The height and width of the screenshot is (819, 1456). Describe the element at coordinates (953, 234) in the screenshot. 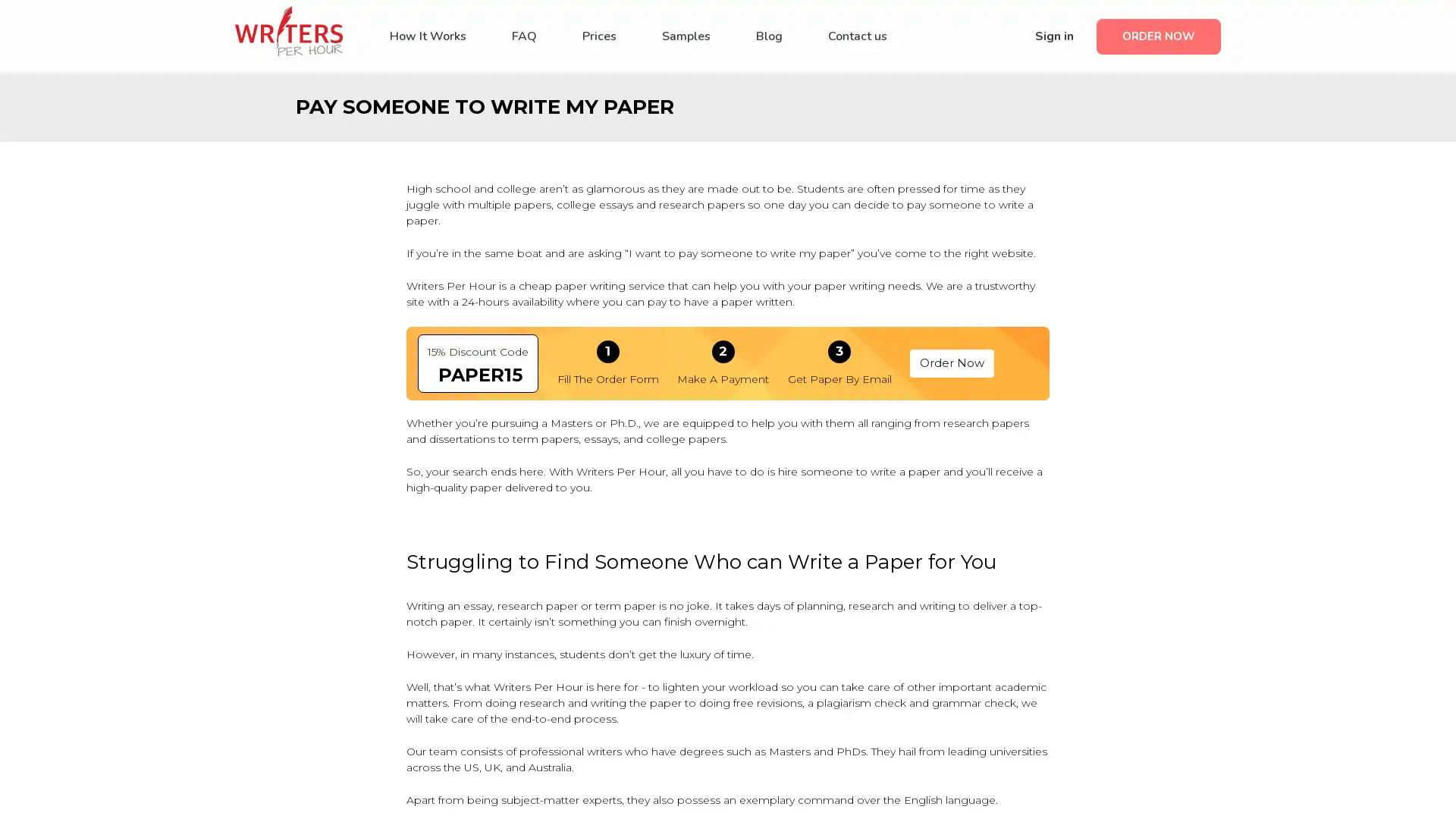

I see `Close` at that location.